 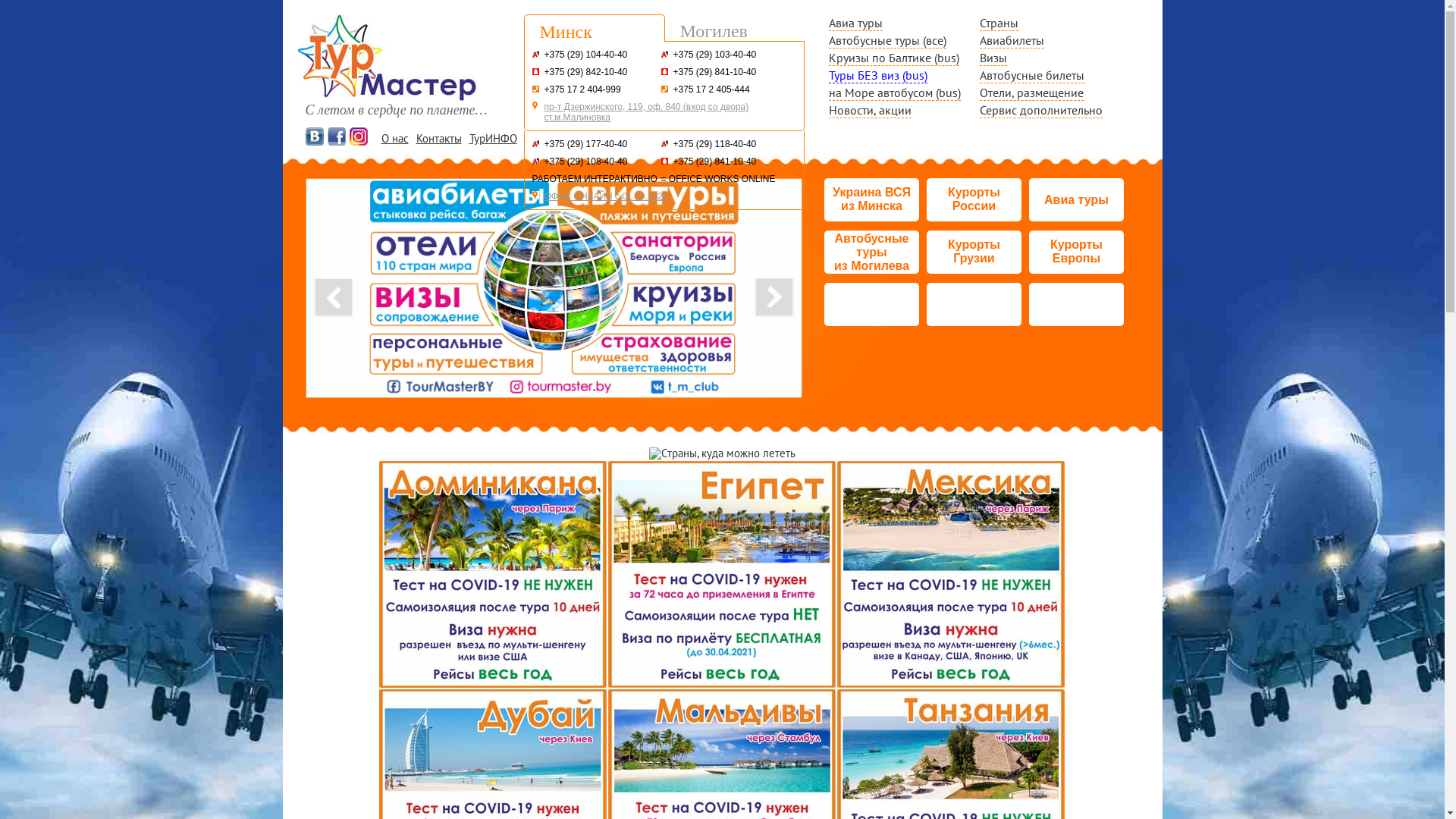 I want to click on 'A1', so click(x=535, y=53).